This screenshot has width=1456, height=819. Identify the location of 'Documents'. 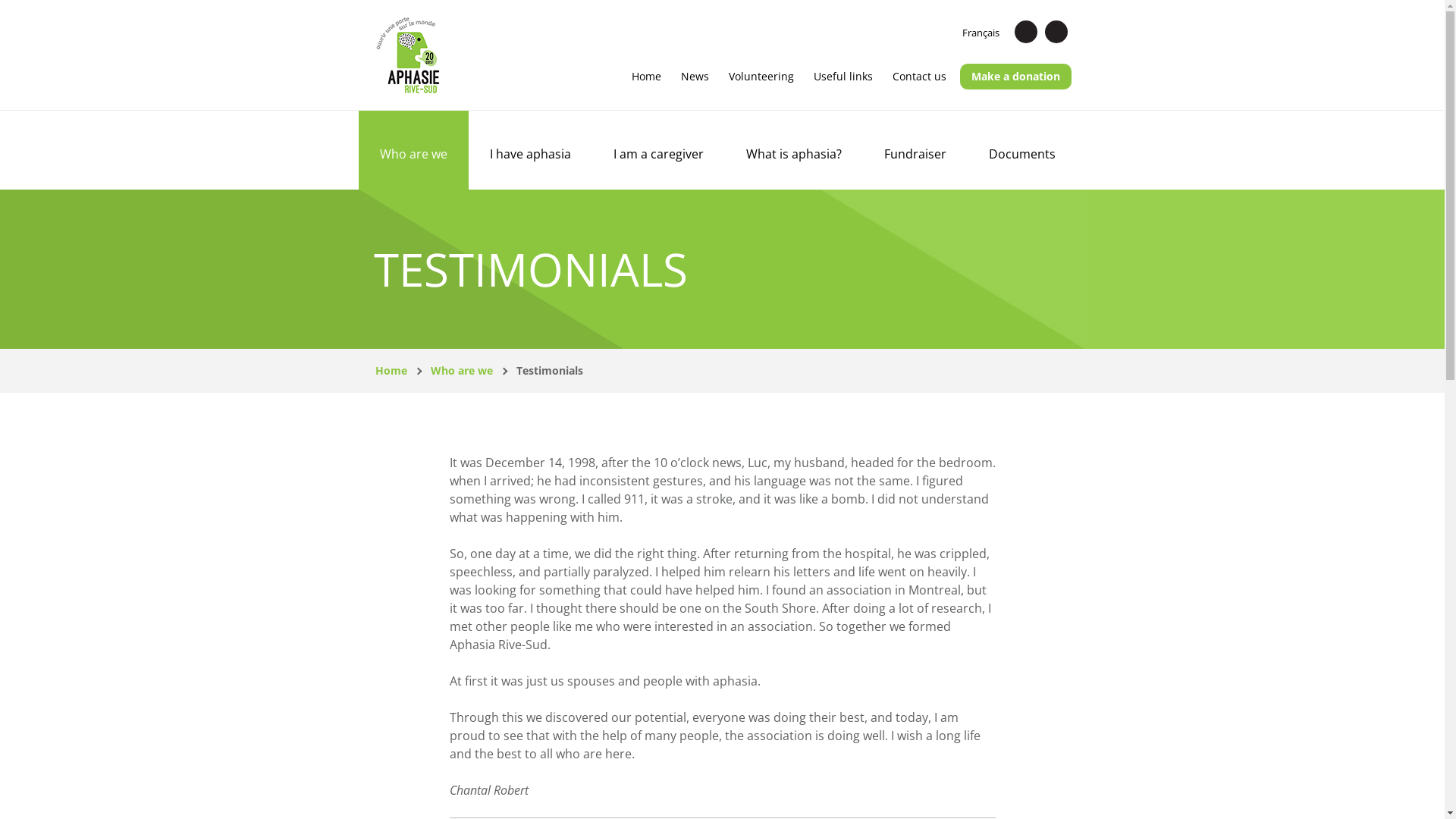
(967, 149).